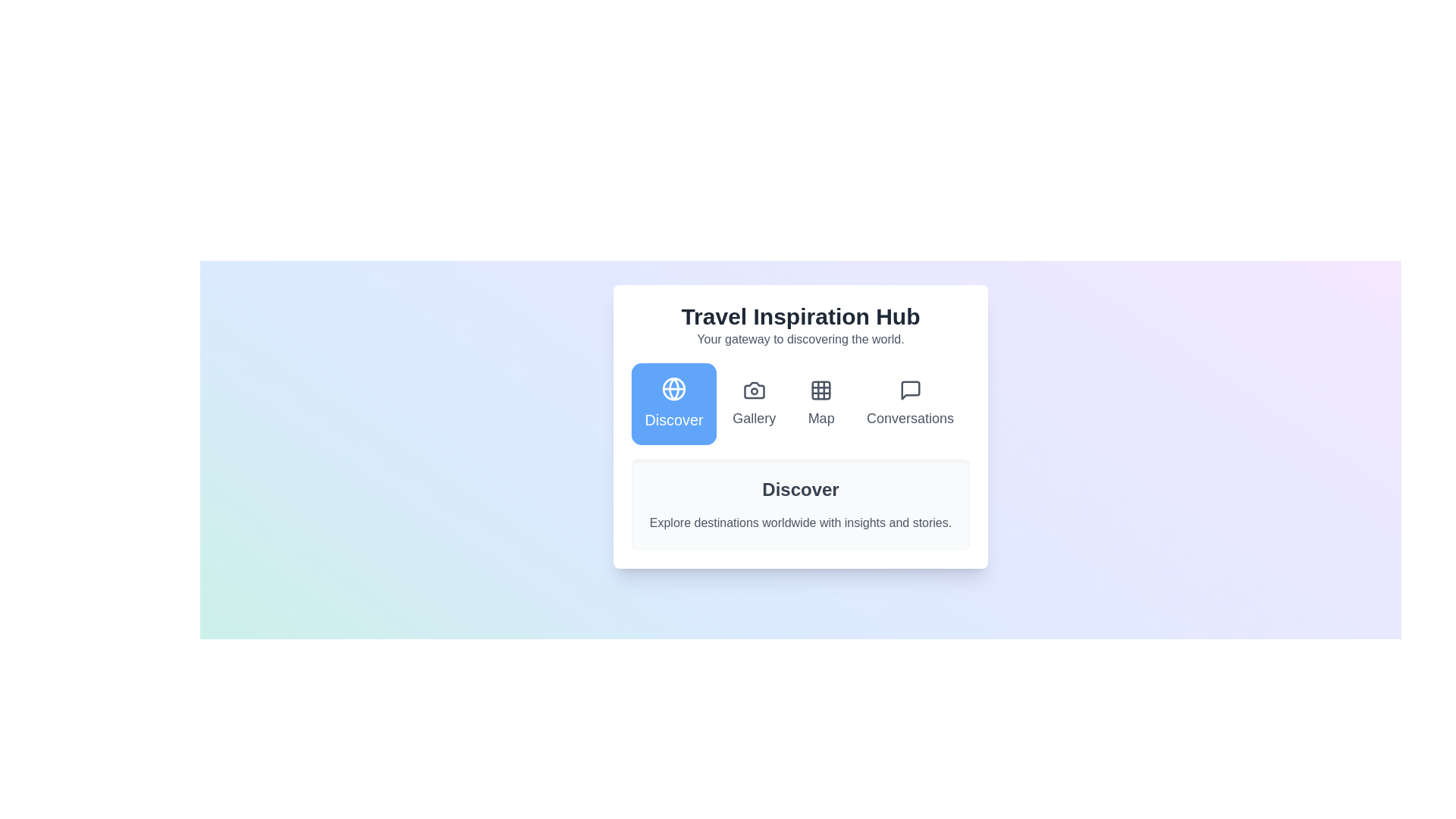 Image resolution: width=1456 pixels, height=819 pixels. Describe the element at coordinates (821, 390) in the screenshot. I see `the modern, minimalistic 3x3 grid icon representing the 'Map' category, which is centered within its section` at that location.